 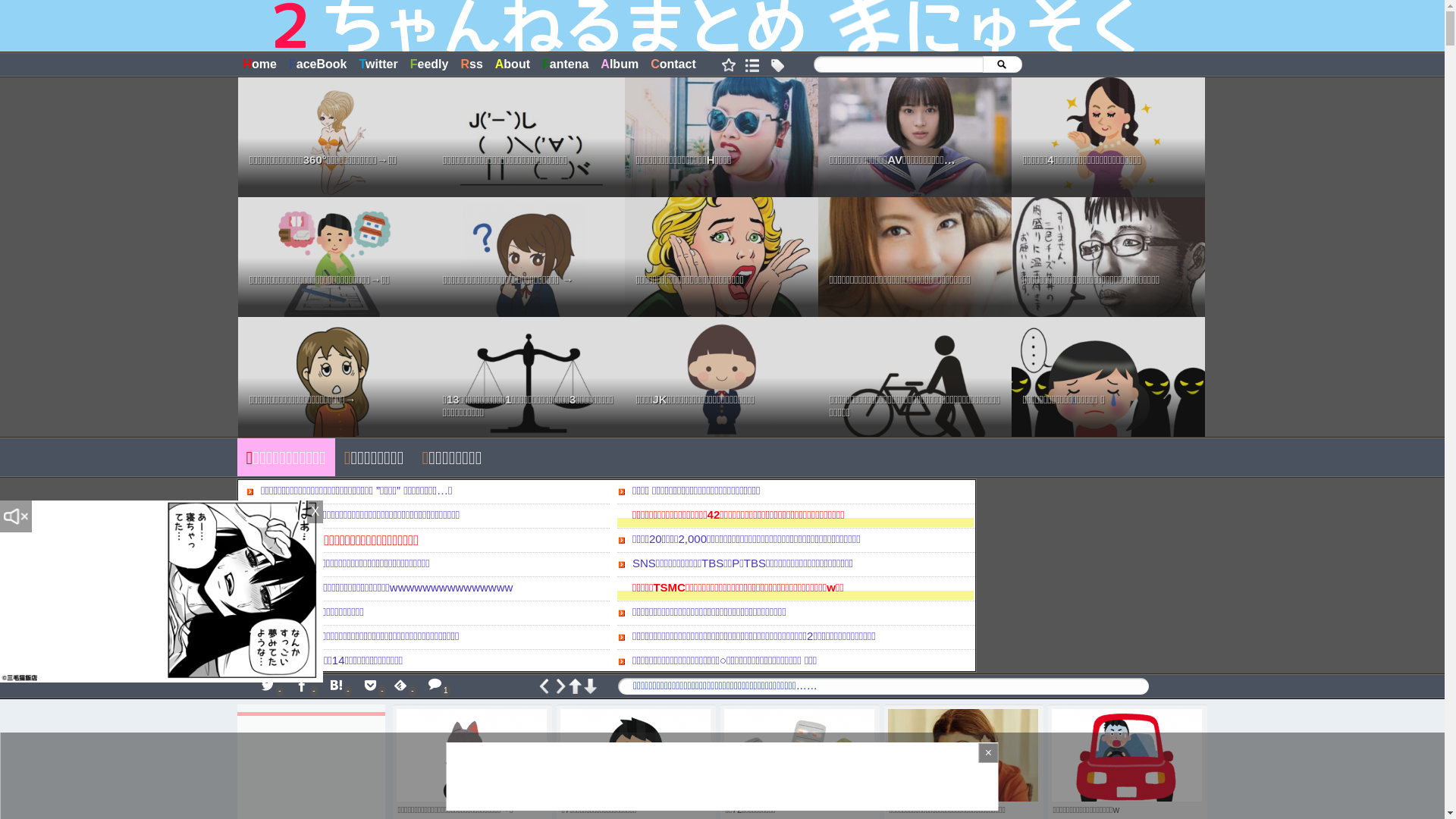 I want to click on 'FaceBook', so click(x=316, y=63).